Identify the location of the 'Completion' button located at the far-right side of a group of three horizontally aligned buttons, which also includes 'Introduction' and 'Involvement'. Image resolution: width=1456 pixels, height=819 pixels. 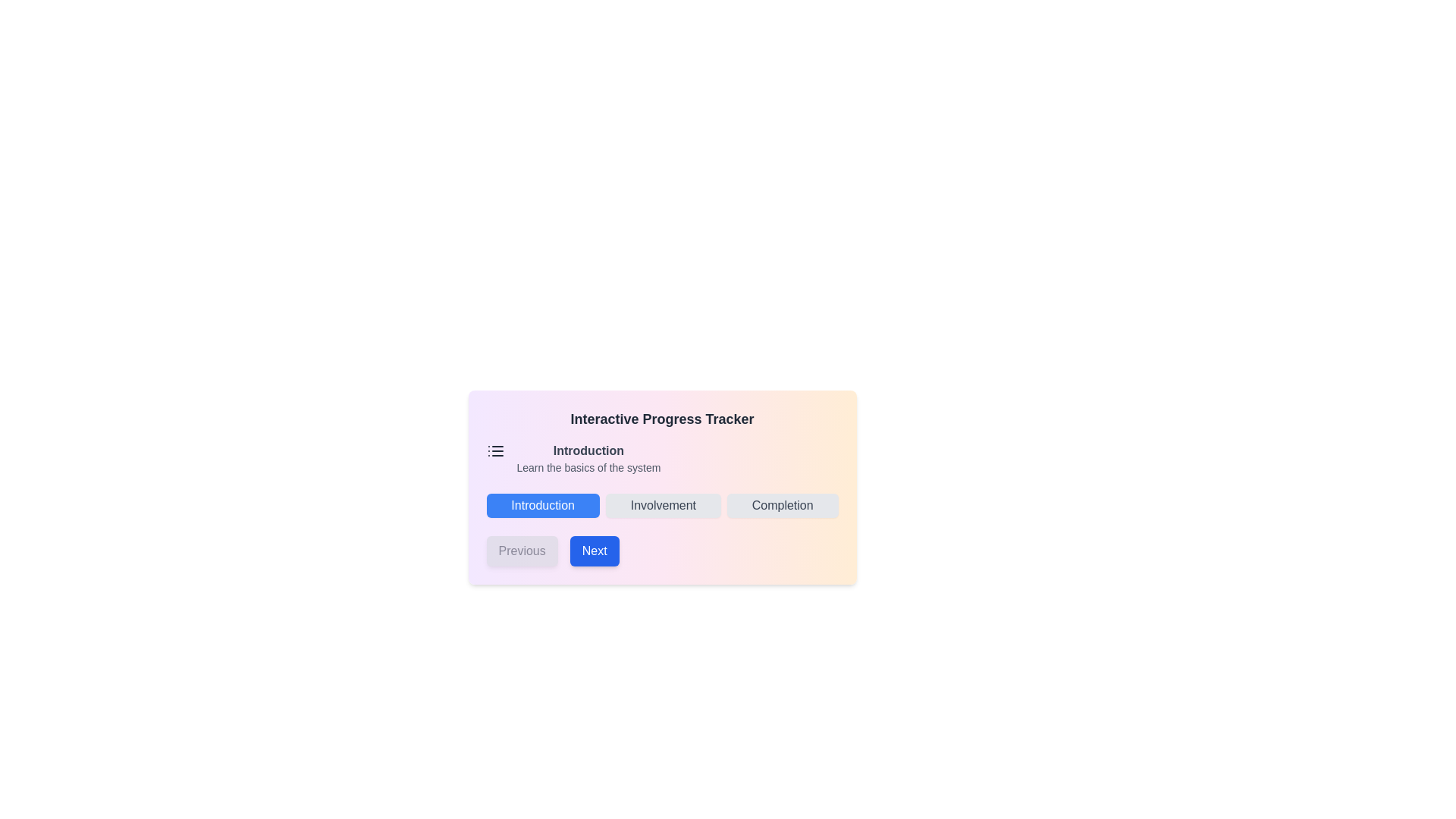
(783, 506).